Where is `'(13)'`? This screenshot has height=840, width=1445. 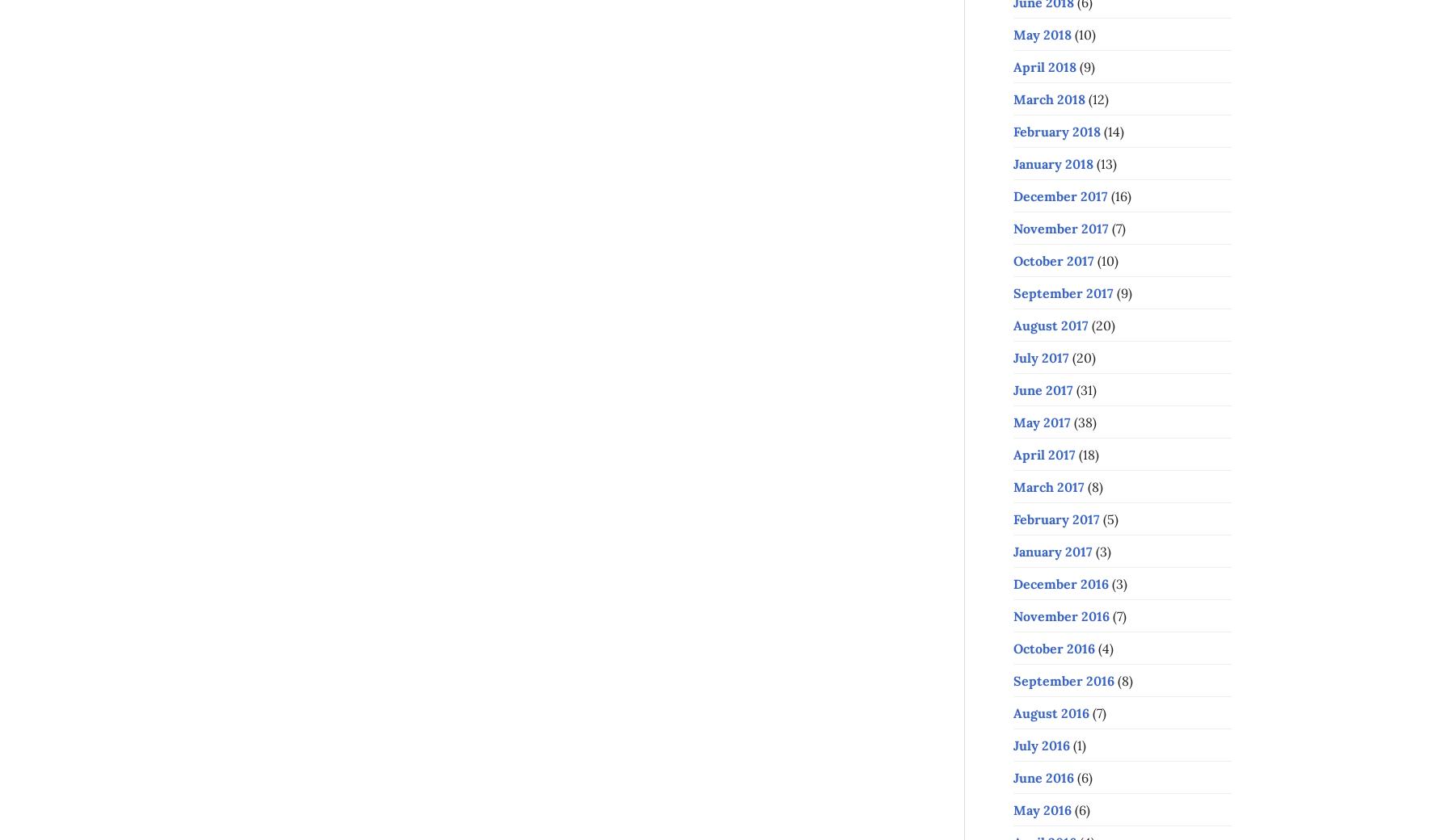 '(13)' is located at coordinates (1093, 162).